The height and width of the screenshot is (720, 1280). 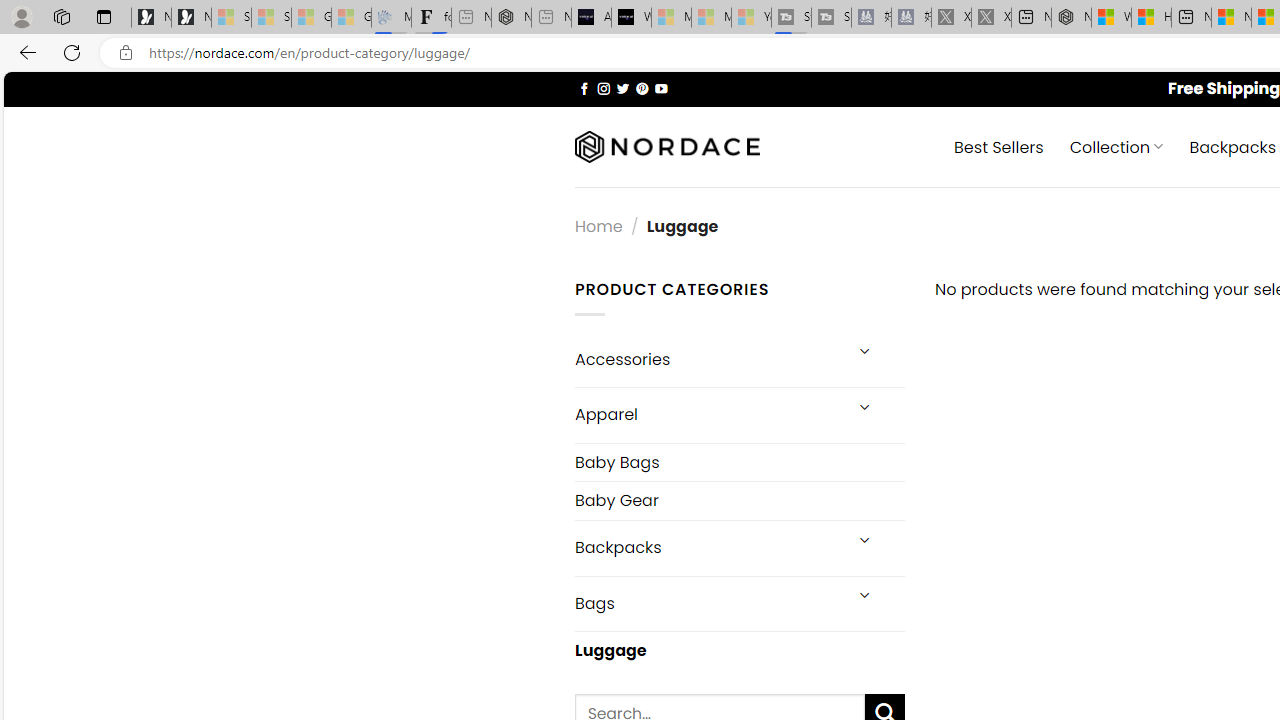 What do you see at coordinates (191, 17) in the screenshot?
I see `'Newsletter Sign Up'` at bounding box center [191, 17].